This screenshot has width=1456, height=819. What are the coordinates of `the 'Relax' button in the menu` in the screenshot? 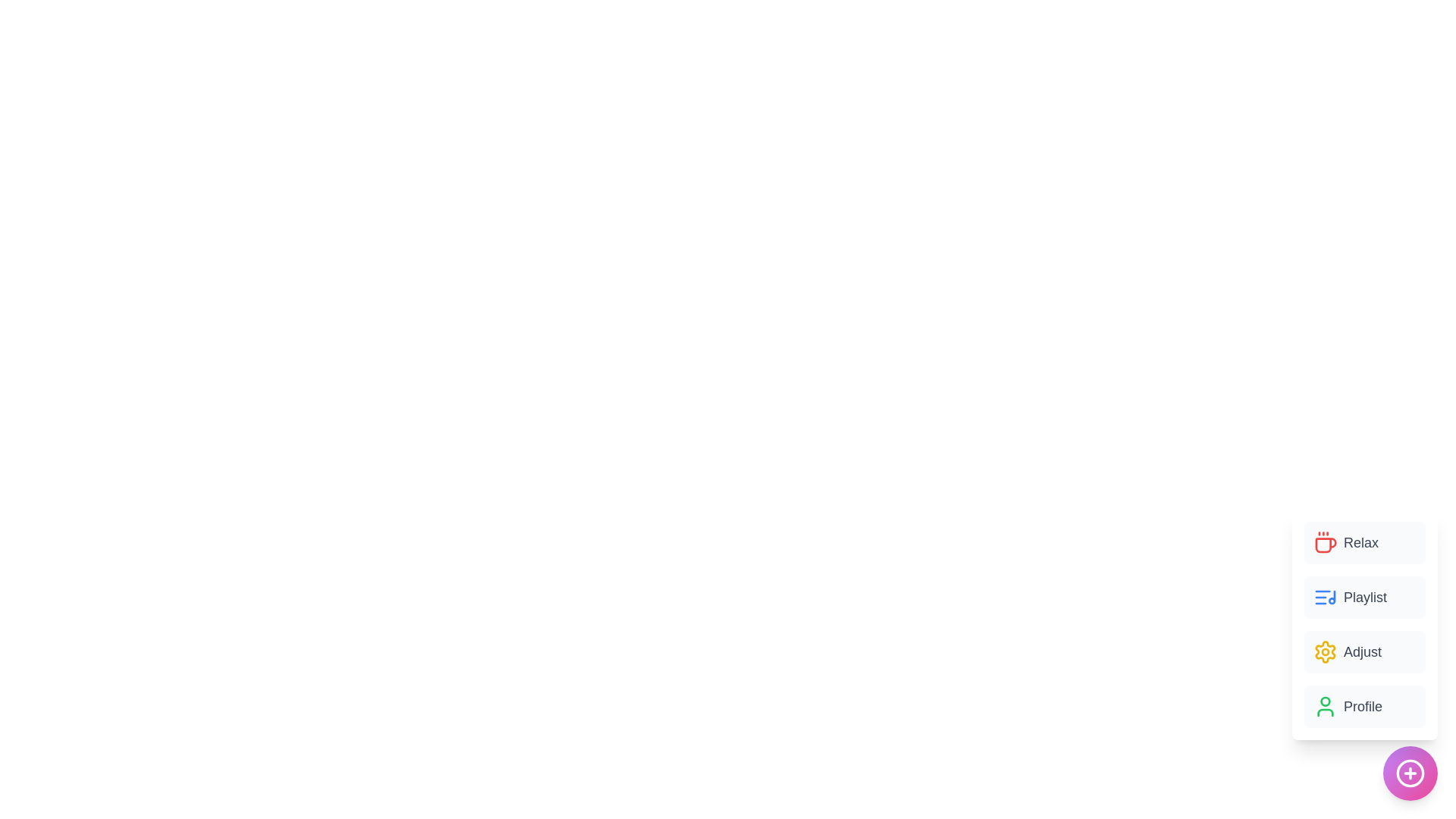 It's located at (1365, 542).